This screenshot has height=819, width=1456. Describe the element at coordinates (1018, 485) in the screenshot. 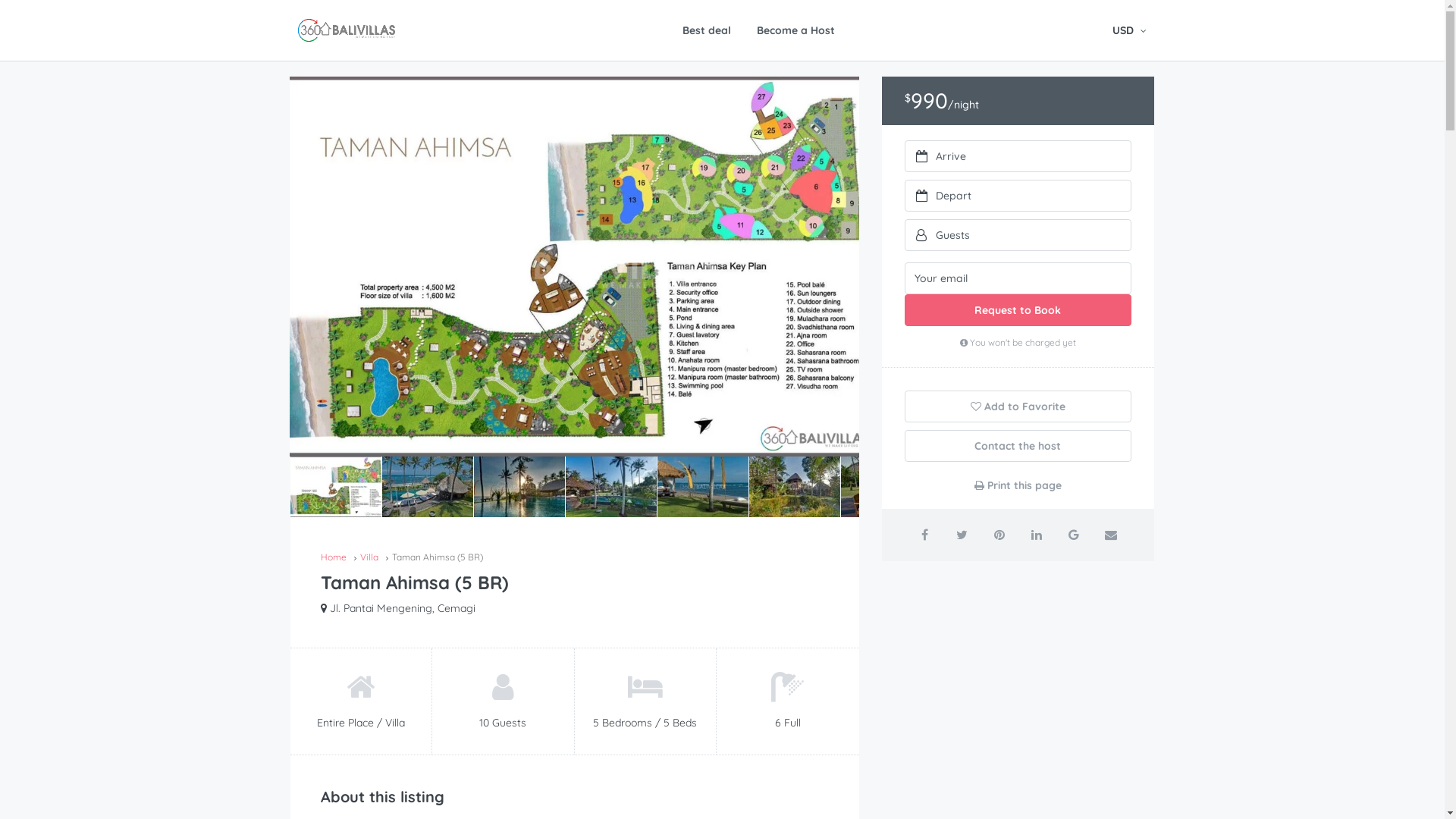

I see `'Print this page'` at that location.